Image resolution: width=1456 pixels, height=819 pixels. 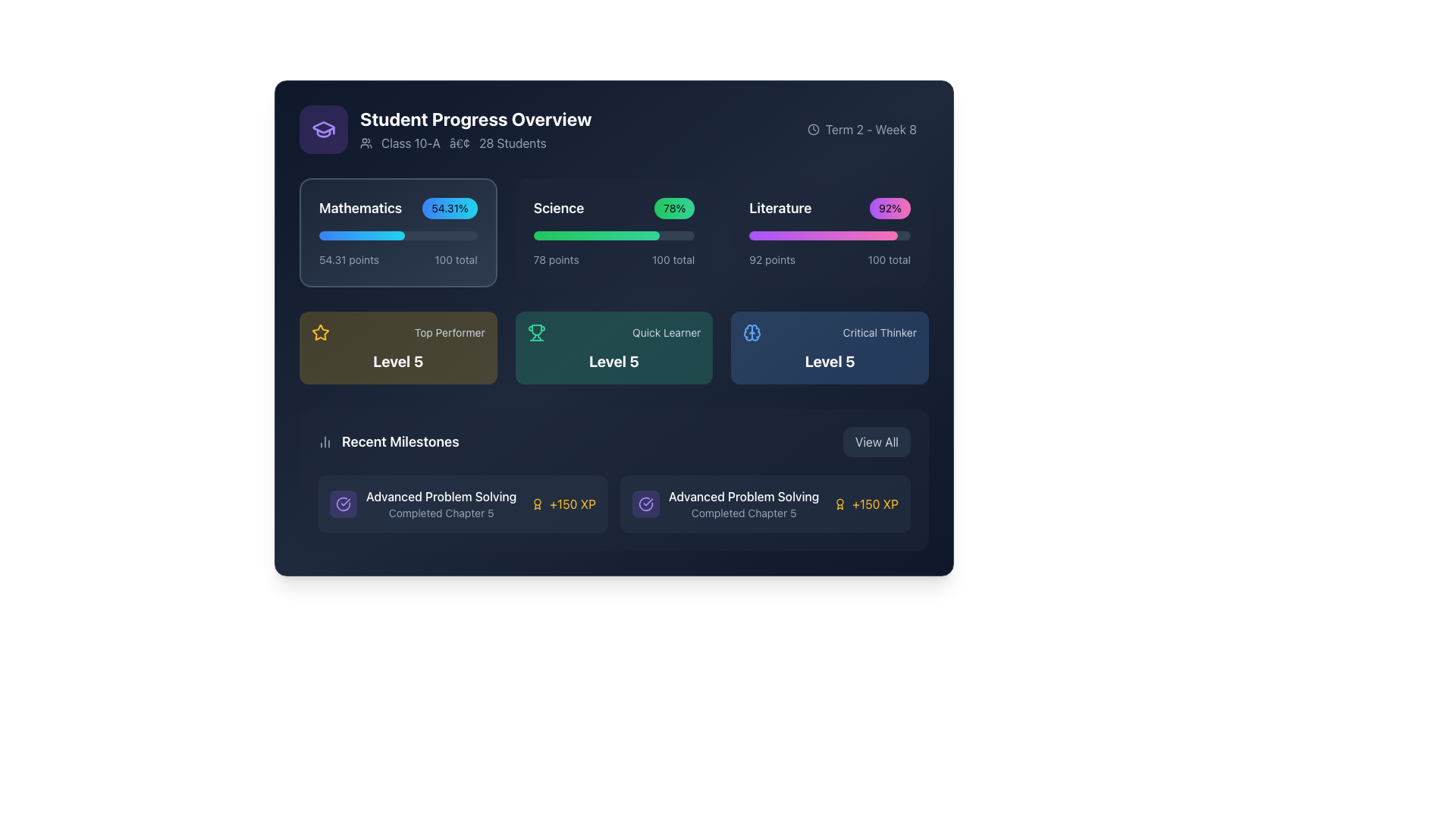 What do you see at coordinates (449, 208) in the screenshot?
I see `the small rectangular badge with a gradient background transitioning from blue to cyan, displaying the text '54.31%', located to the right of the 'Mathematics' text in the top-left section of the interface` at bounding box center [449, 208].